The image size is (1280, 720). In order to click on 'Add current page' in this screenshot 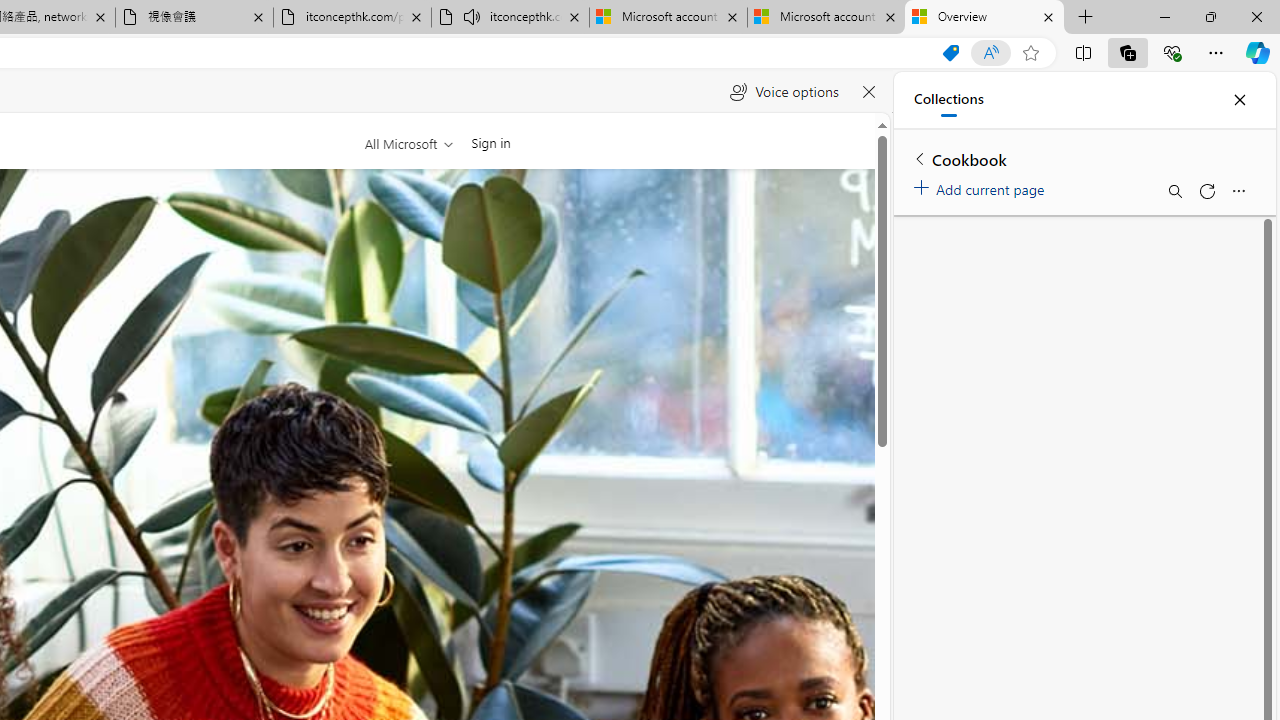, I will do `click(983, 186)`.